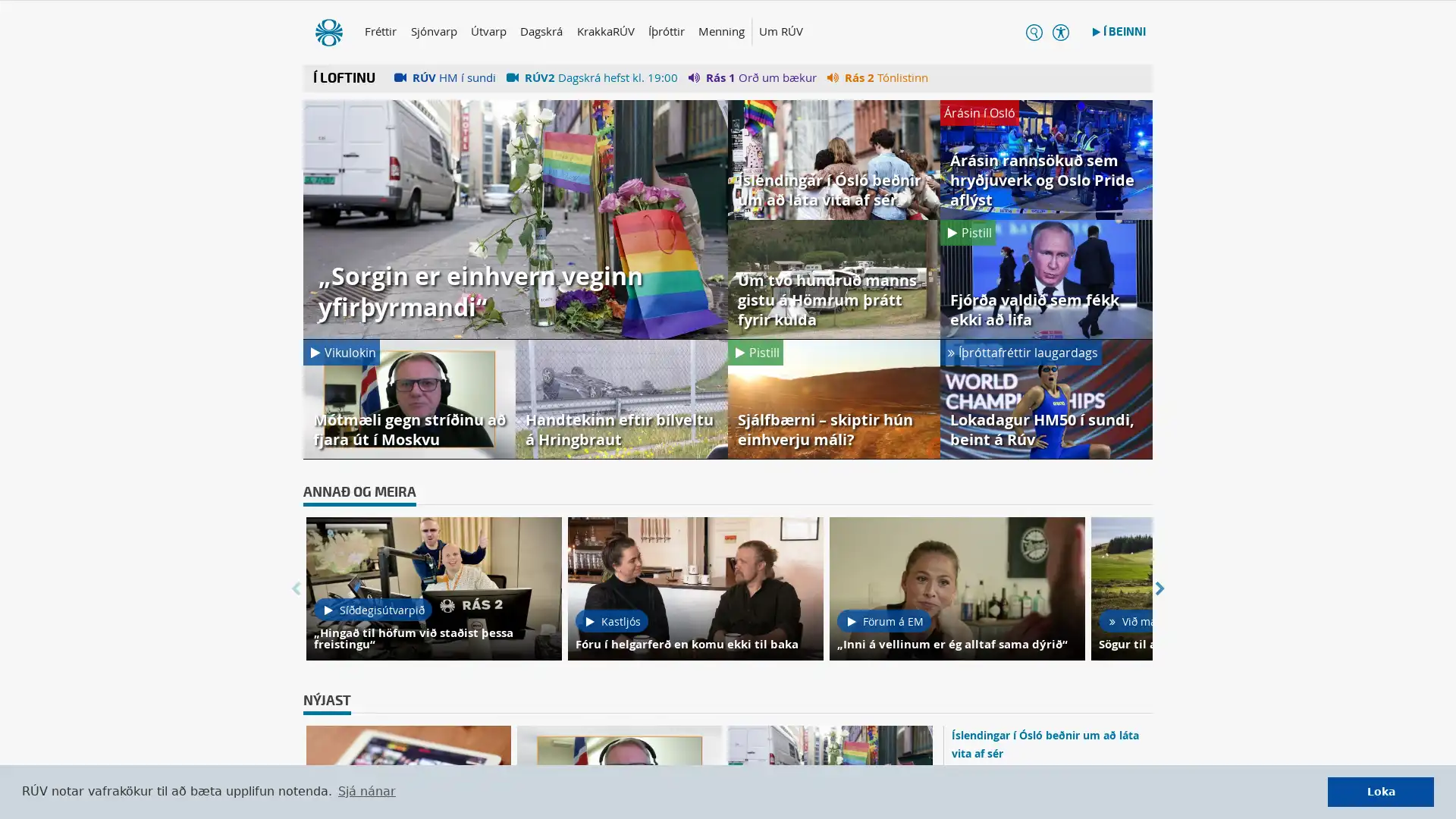 This screenshot has width=1456, height=819. What do you see at coordinates (1380, 791) in the screenshot?
I see `dismiss cookie message` at bounding box center [1380, 791].